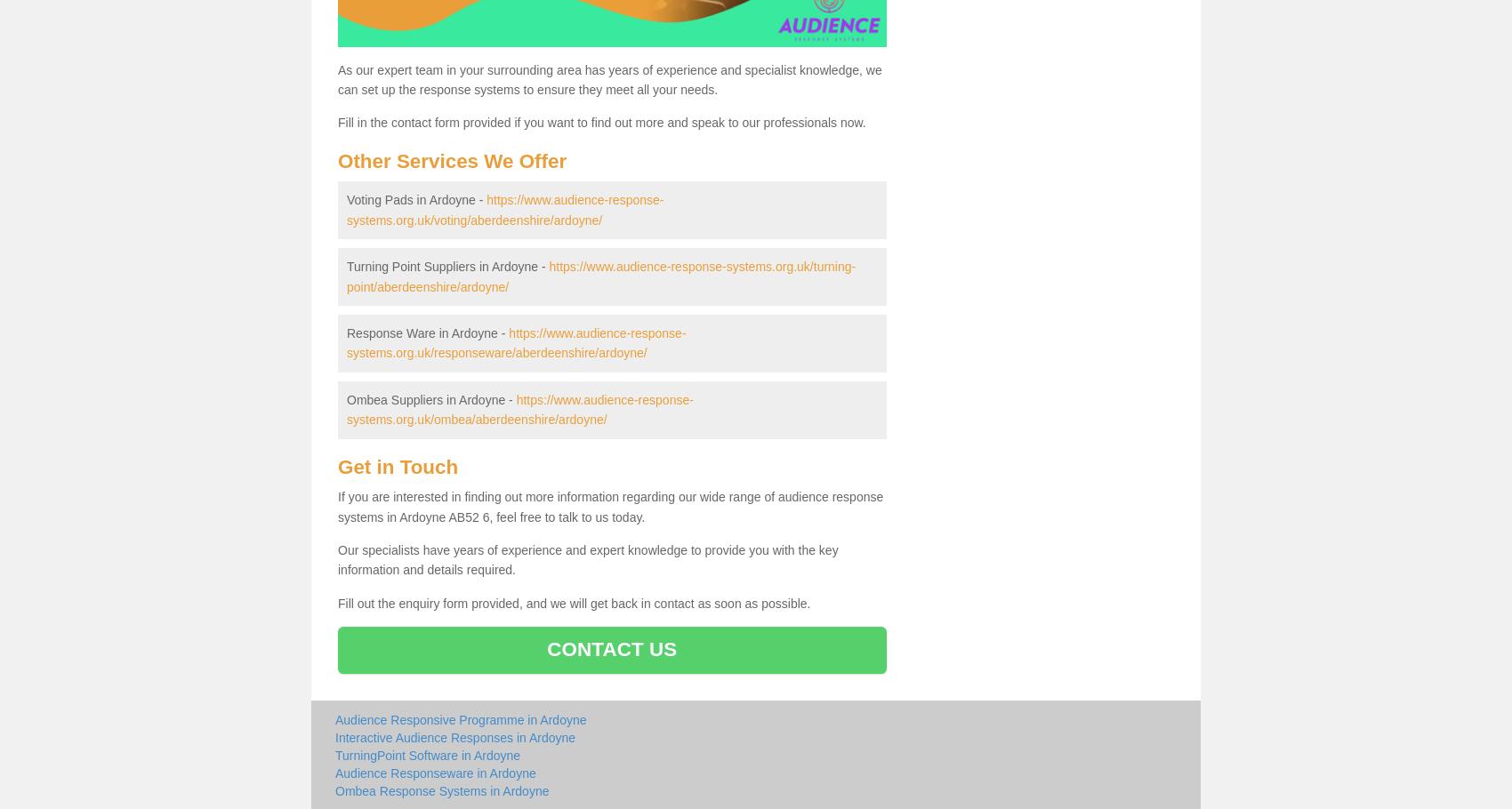  What do you see at coordinates (345, 408) in the screenshot?
I see `'https://www.audience-response-systems.org.uk/ombea/aberdeenshire/ardoyne/'` at bounding box center [345, 408].